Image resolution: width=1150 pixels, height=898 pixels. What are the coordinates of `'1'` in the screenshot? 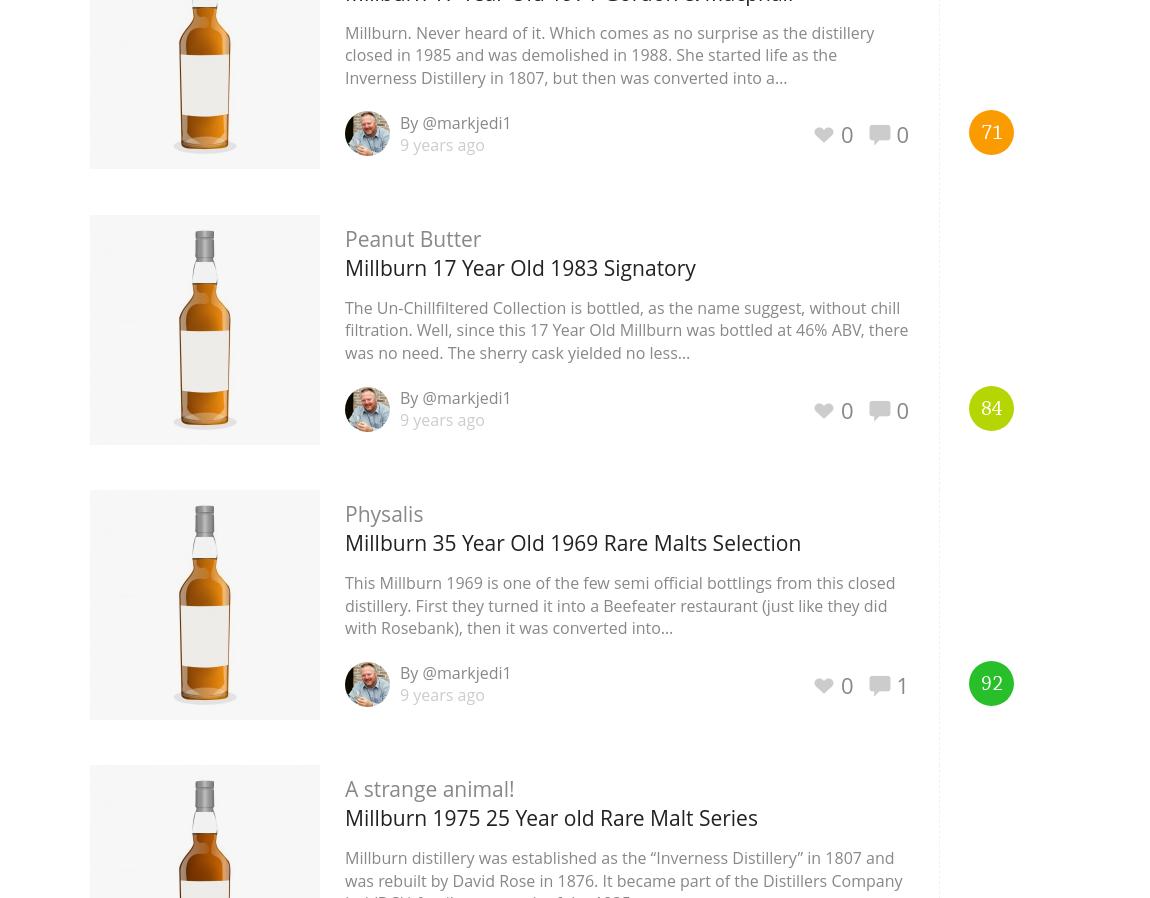 It's located at (902, 684).